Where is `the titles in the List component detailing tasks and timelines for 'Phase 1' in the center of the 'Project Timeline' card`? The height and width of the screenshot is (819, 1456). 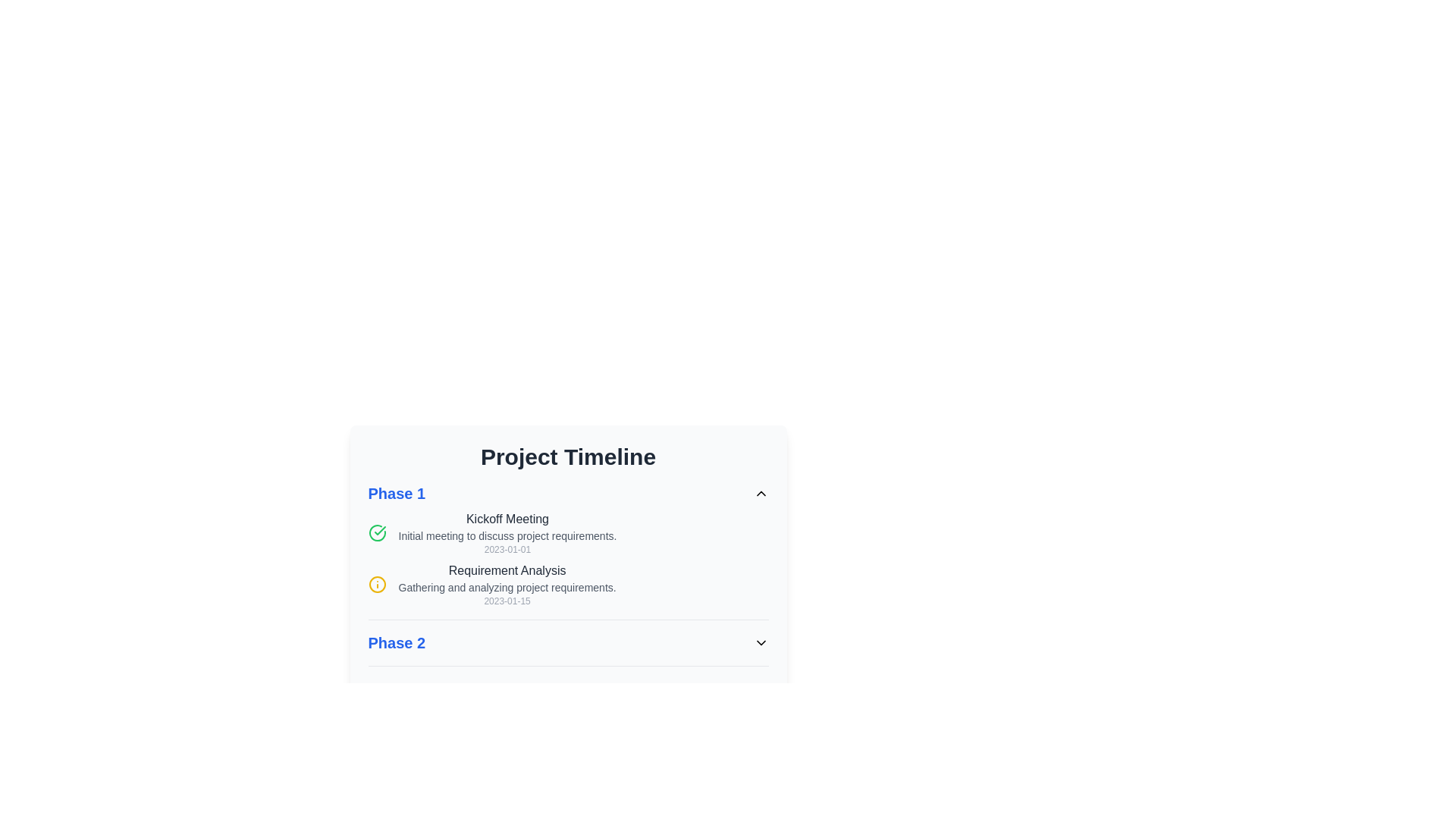
the titles in the List component detailing tasks and timelines for 'Phase 1' in the center of the 'Project Timeline' card is located at coordinates (567, 551).